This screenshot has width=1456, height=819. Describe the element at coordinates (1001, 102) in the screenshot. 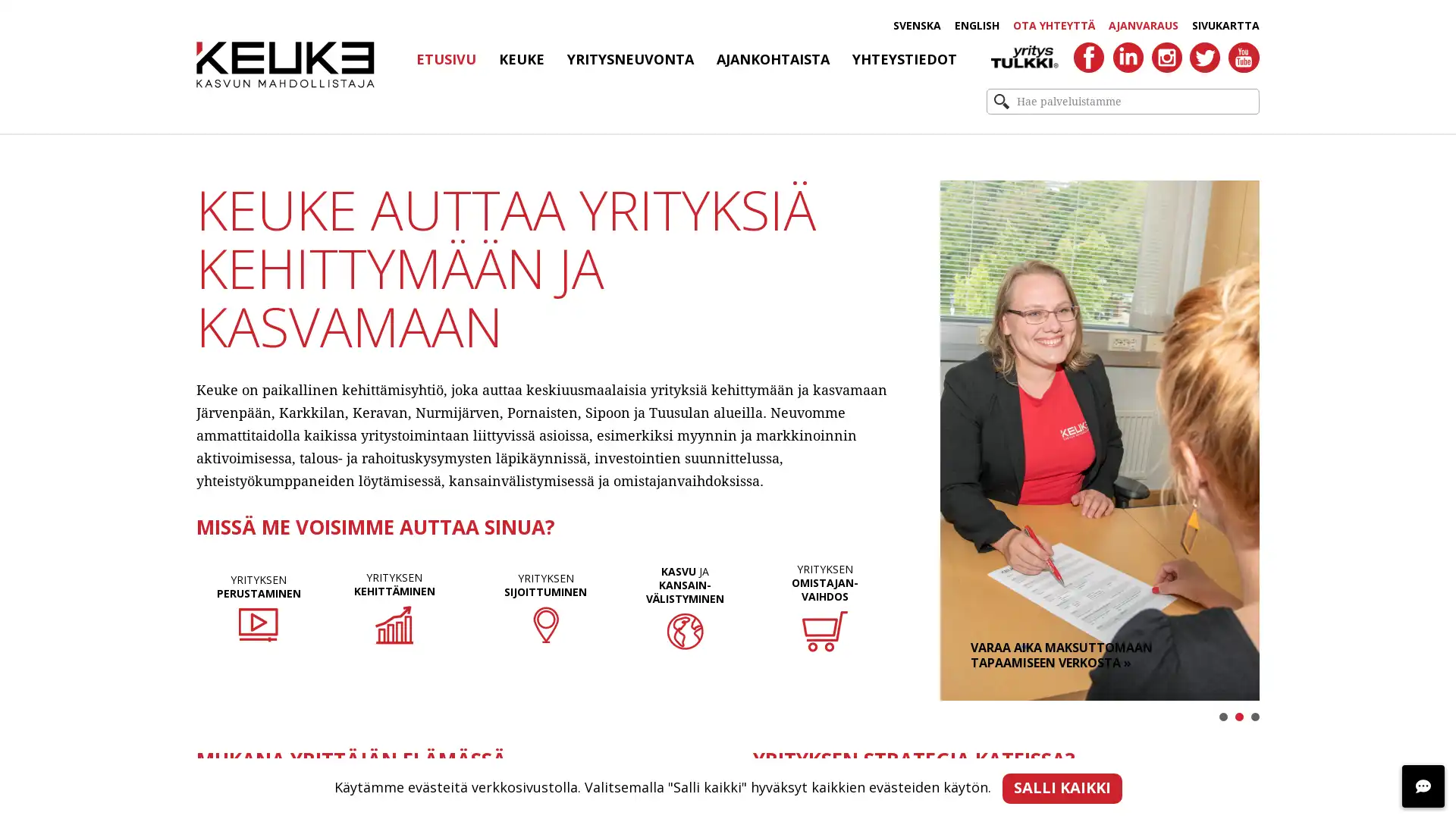

I see `Hae palveluistamme` at that location.